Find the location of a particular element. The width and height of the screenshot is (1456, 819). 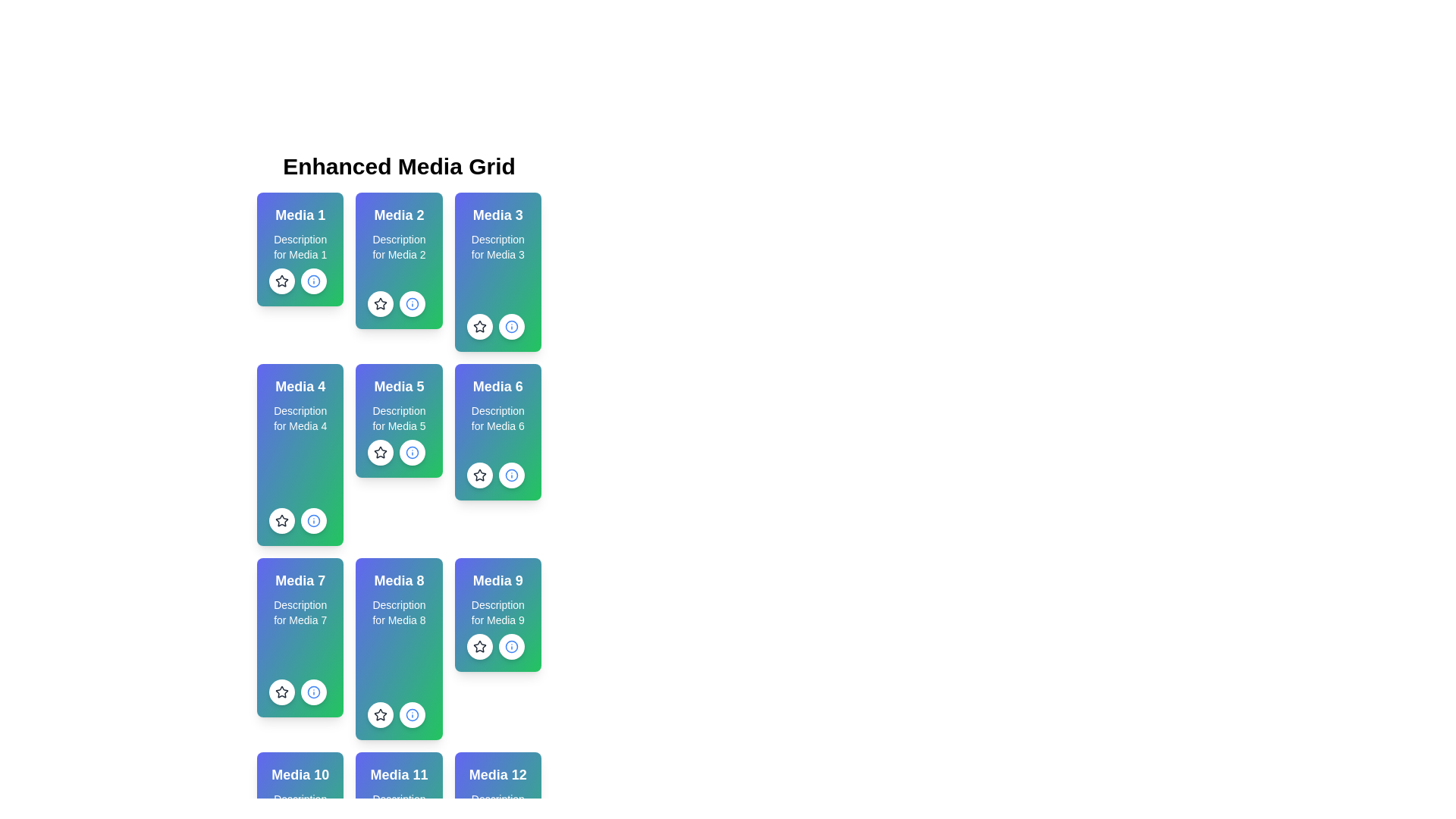

the favorite button located at the bottom-left corner of the 'Media 7' card is located at coordinates (282, 692).